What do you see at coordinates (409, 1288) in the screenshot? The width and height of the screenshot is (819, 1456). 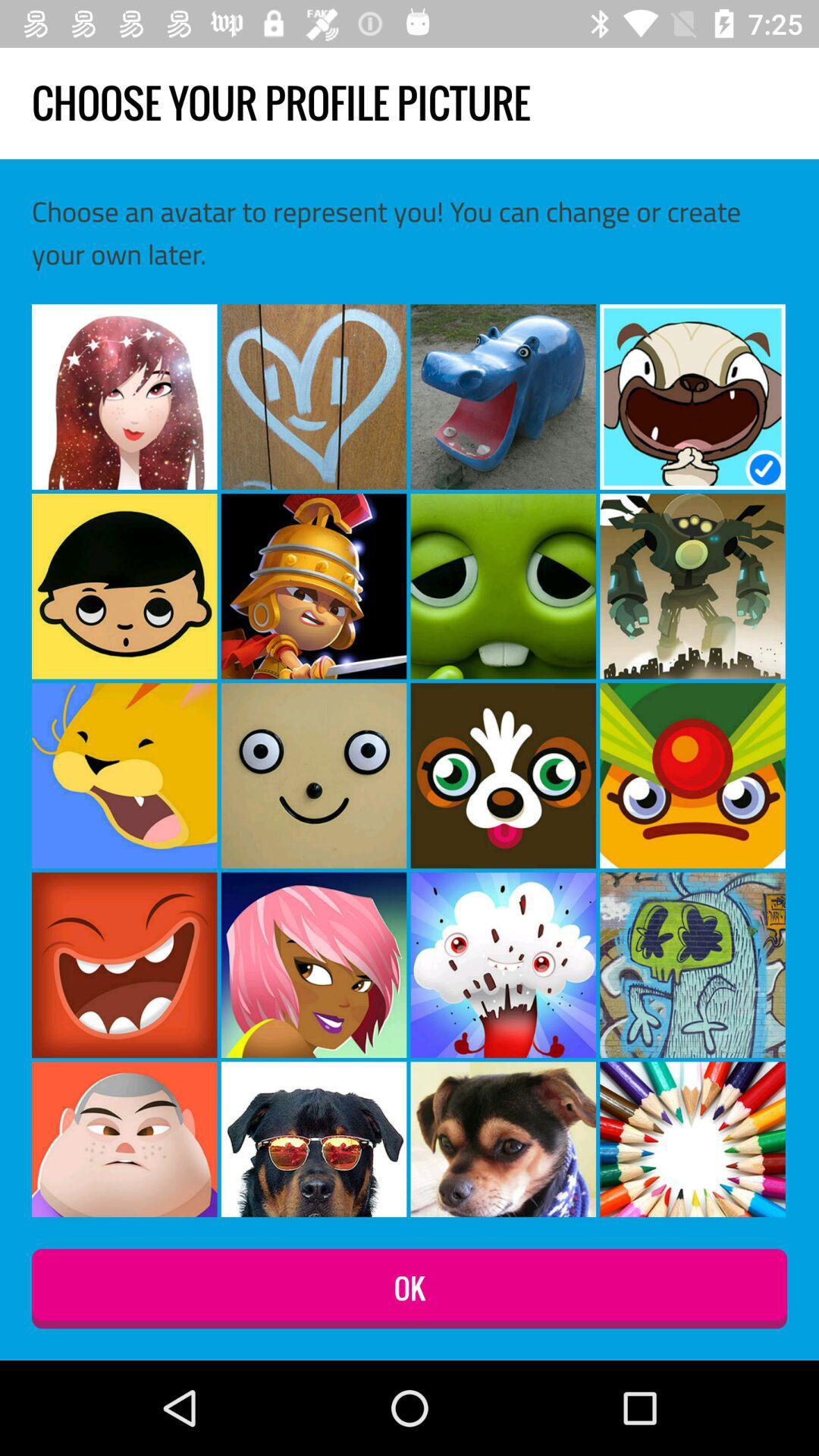 I see `ok` at bounding box center [409, 1288].